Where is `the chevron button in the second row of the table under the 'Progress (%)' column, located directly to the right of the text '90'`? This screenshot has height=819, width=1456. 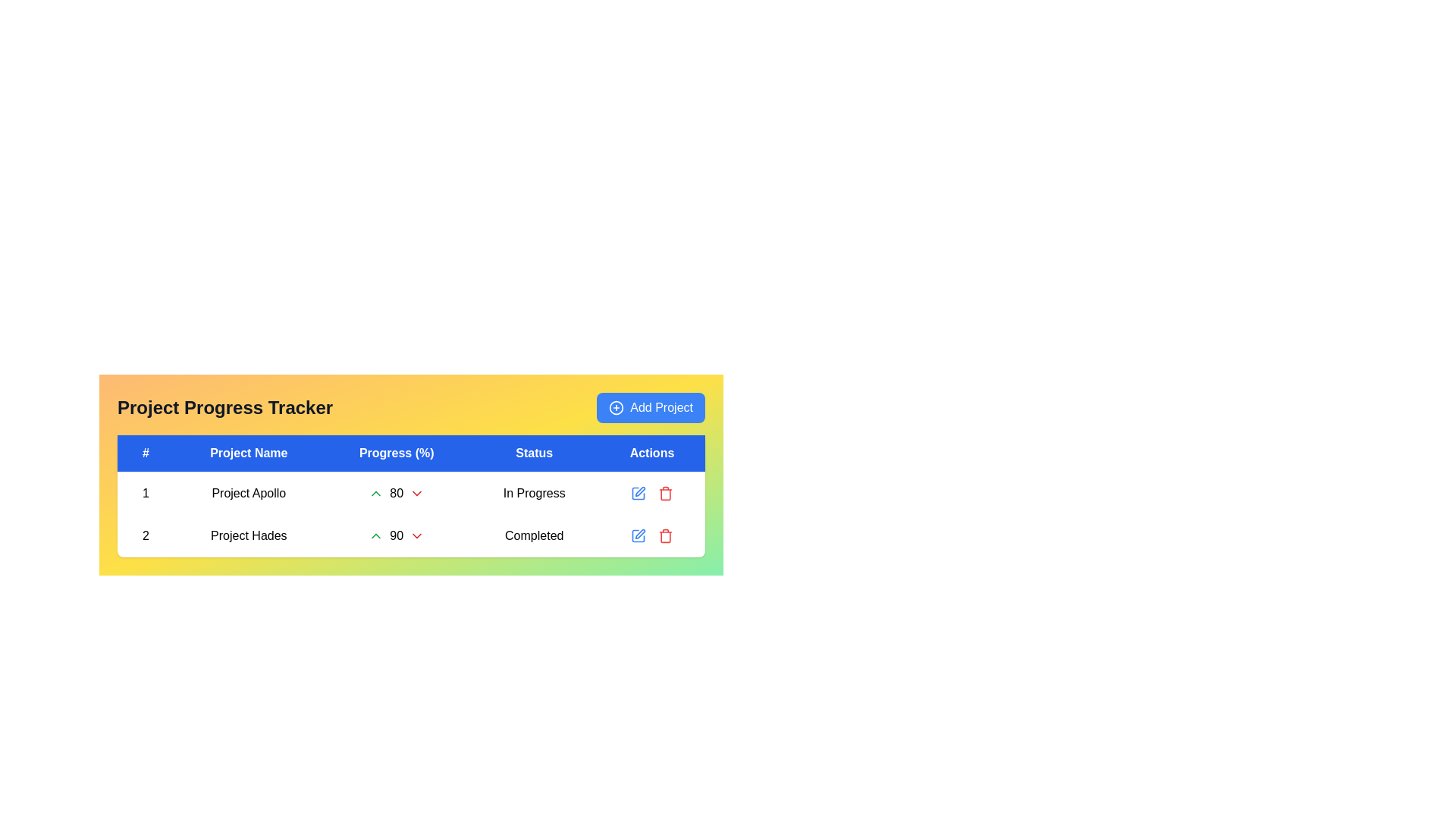 the chevron button in the second row of the table under the 'Progress (%)' column, located directly to the right of the text '90' is located at coordinates (417, 535).